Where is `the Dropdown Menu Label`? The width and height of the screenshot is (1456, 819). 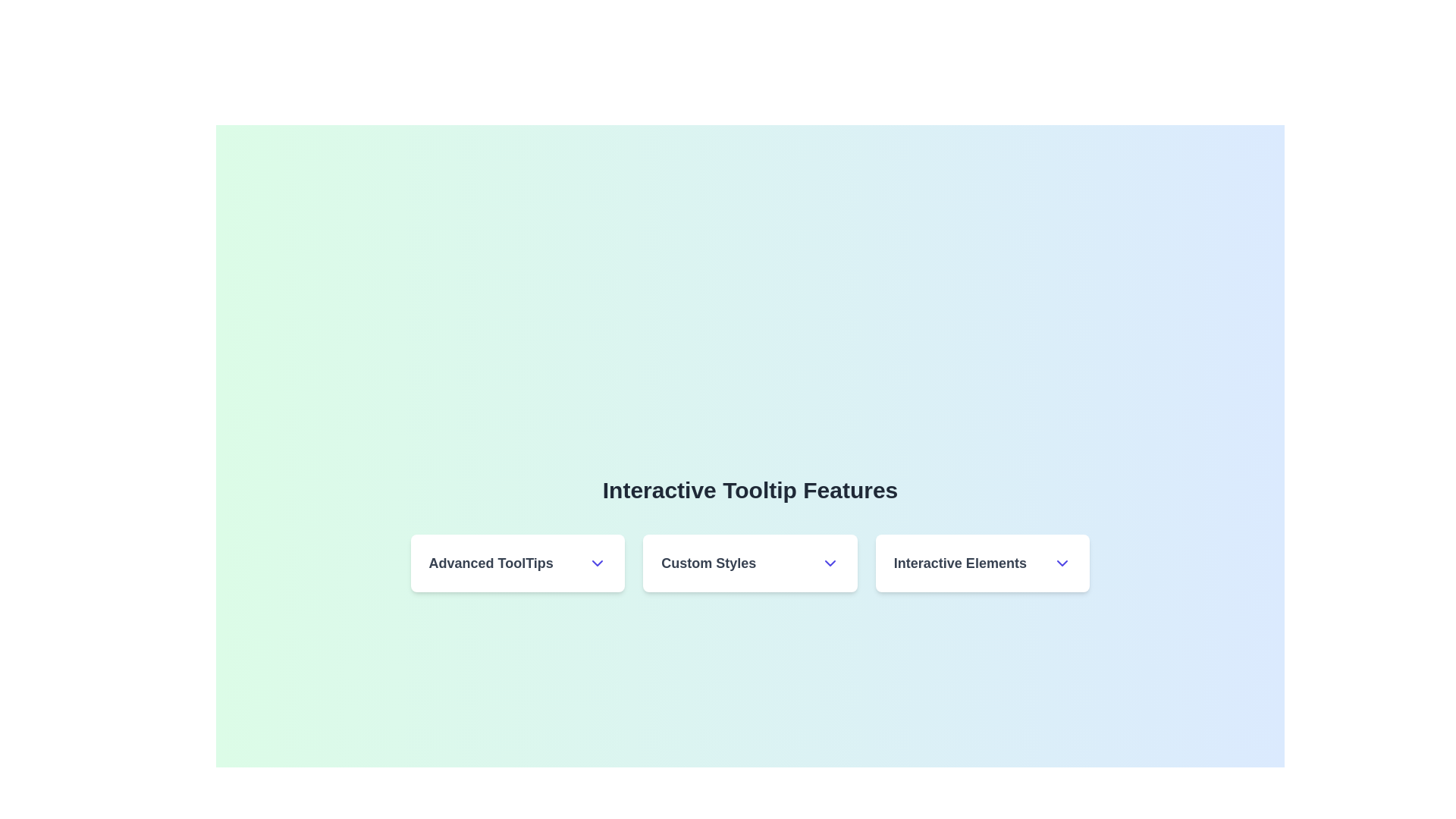 the Dropdown Menu Label is located at coordinates (983, 563).